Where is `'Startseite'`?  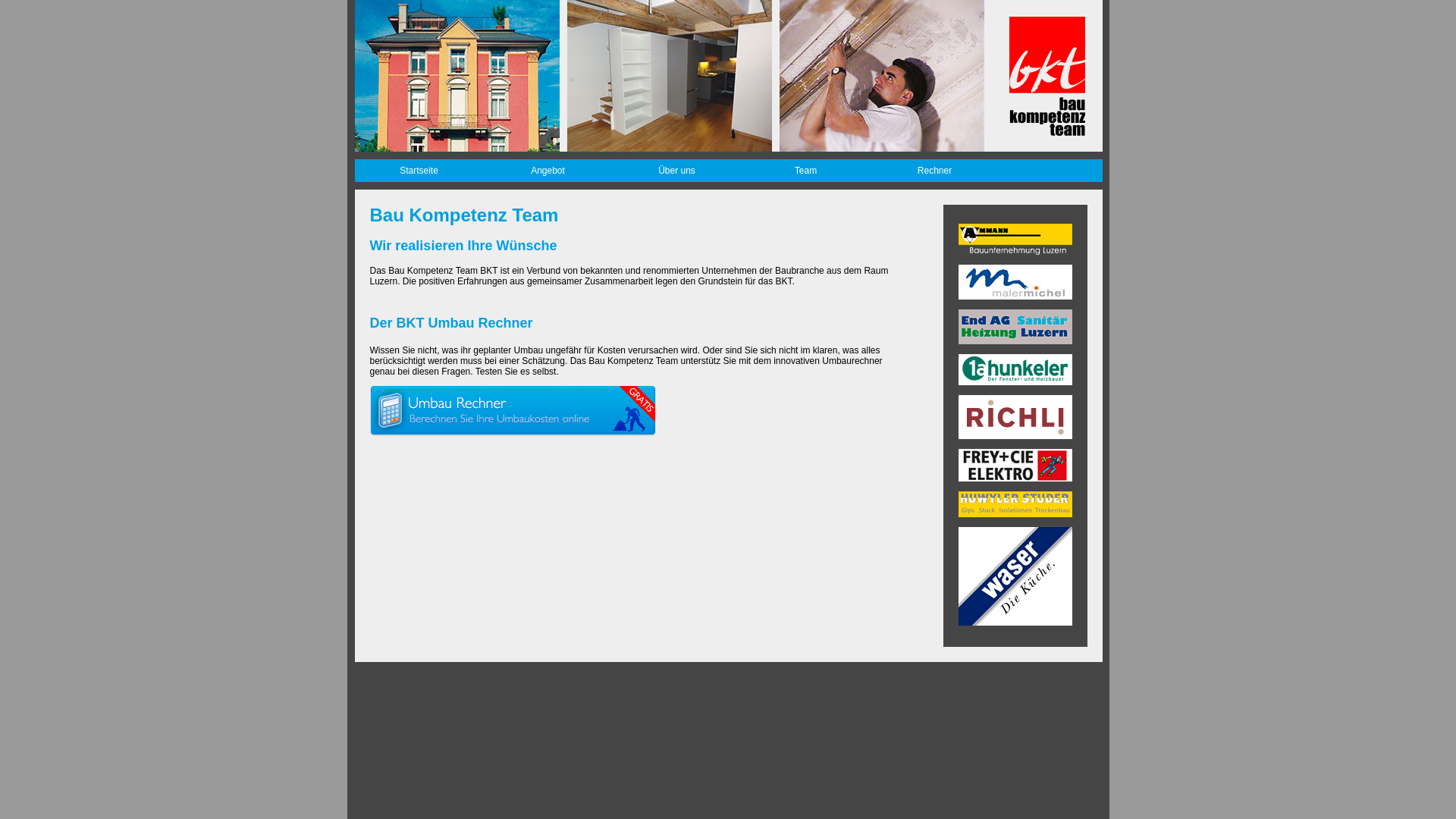
'Startseite' is located at coordinates (419, 170).